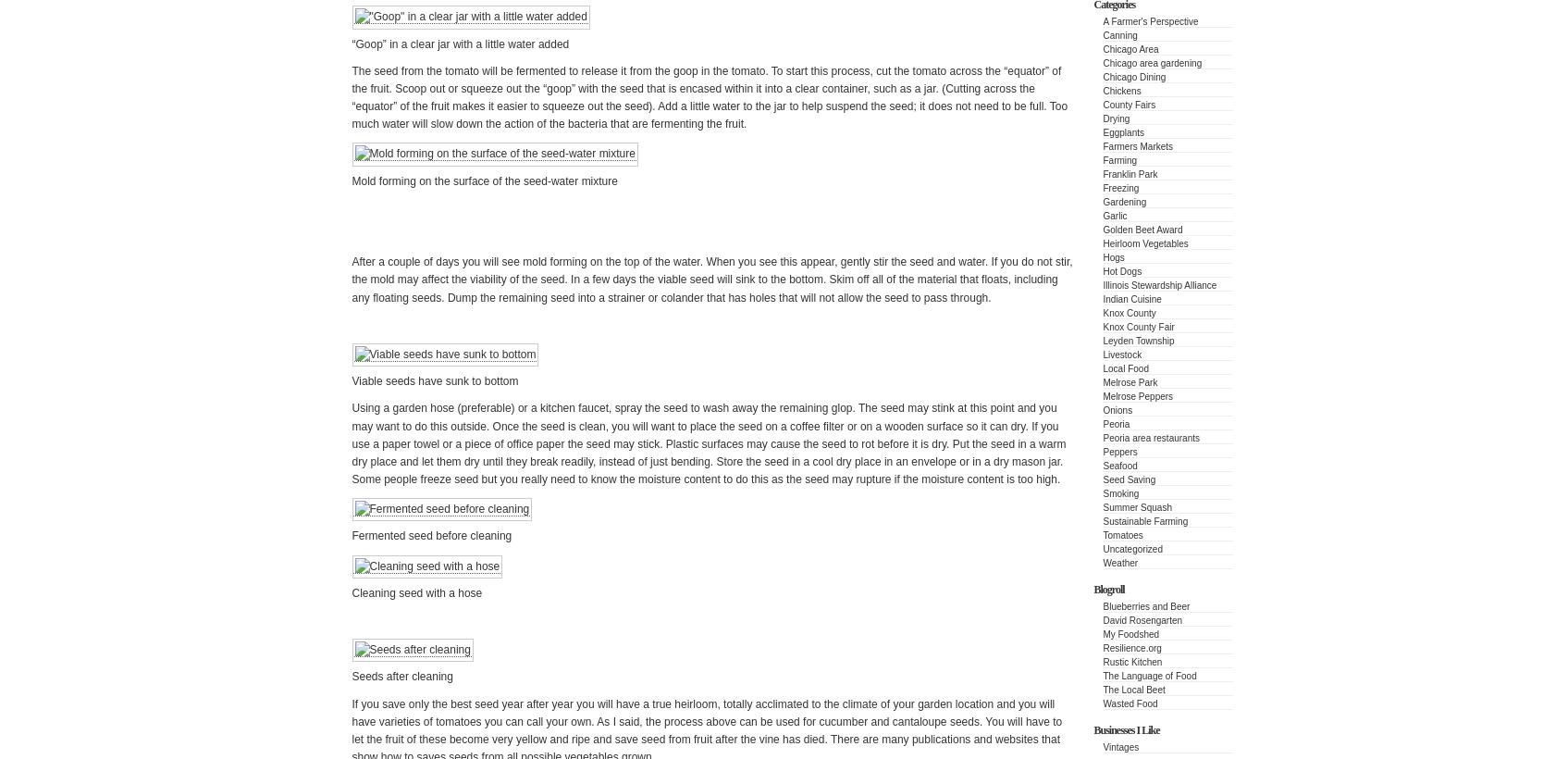 The height and width of the screenshot is (759, 1568). Describe the element at coordinates (1129, 104) in the screenshot. I see `'County Fairs'` at that location.